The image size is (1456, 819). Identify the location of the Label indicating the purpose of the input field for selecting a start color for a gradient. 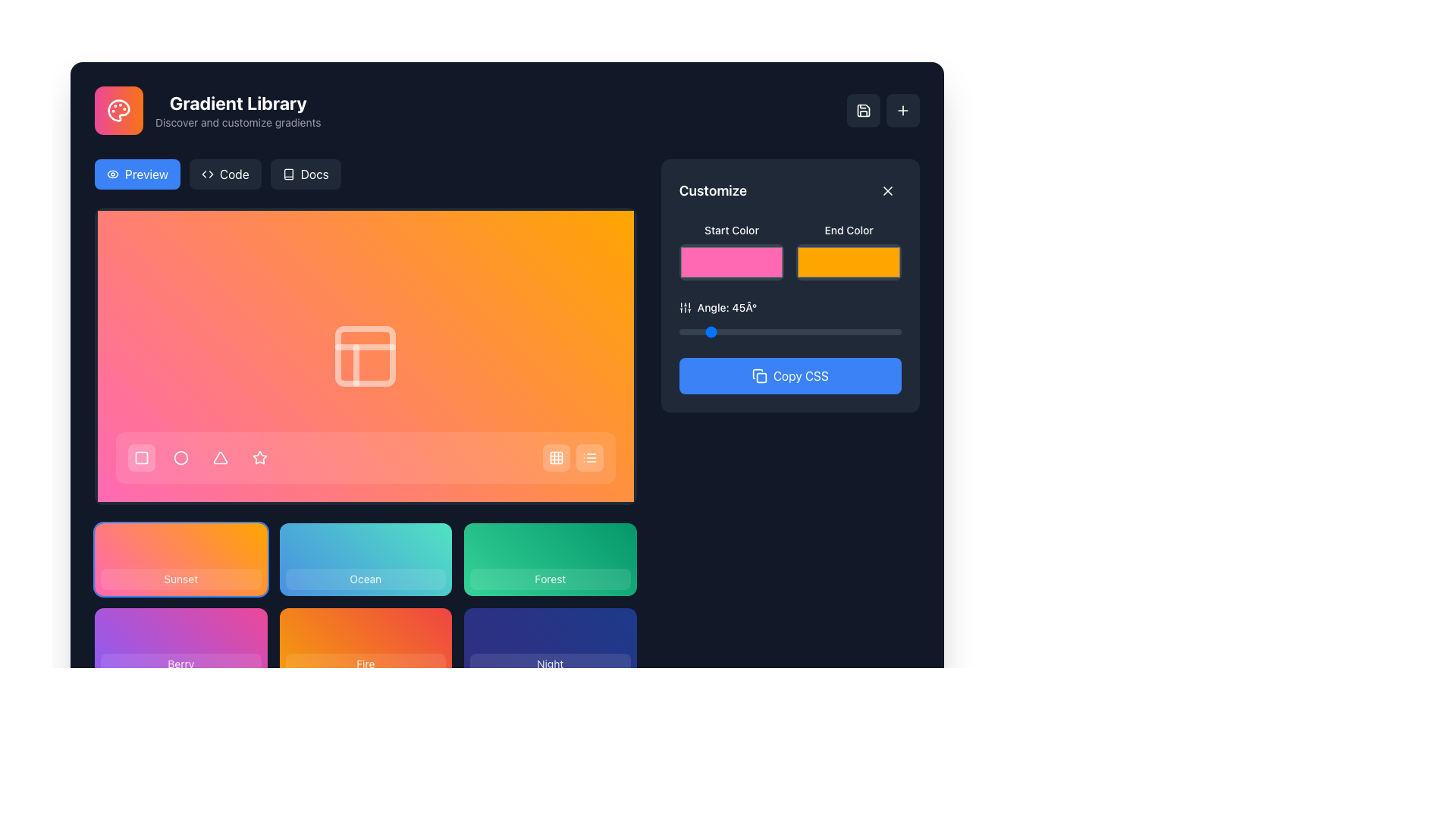
(731, 231).